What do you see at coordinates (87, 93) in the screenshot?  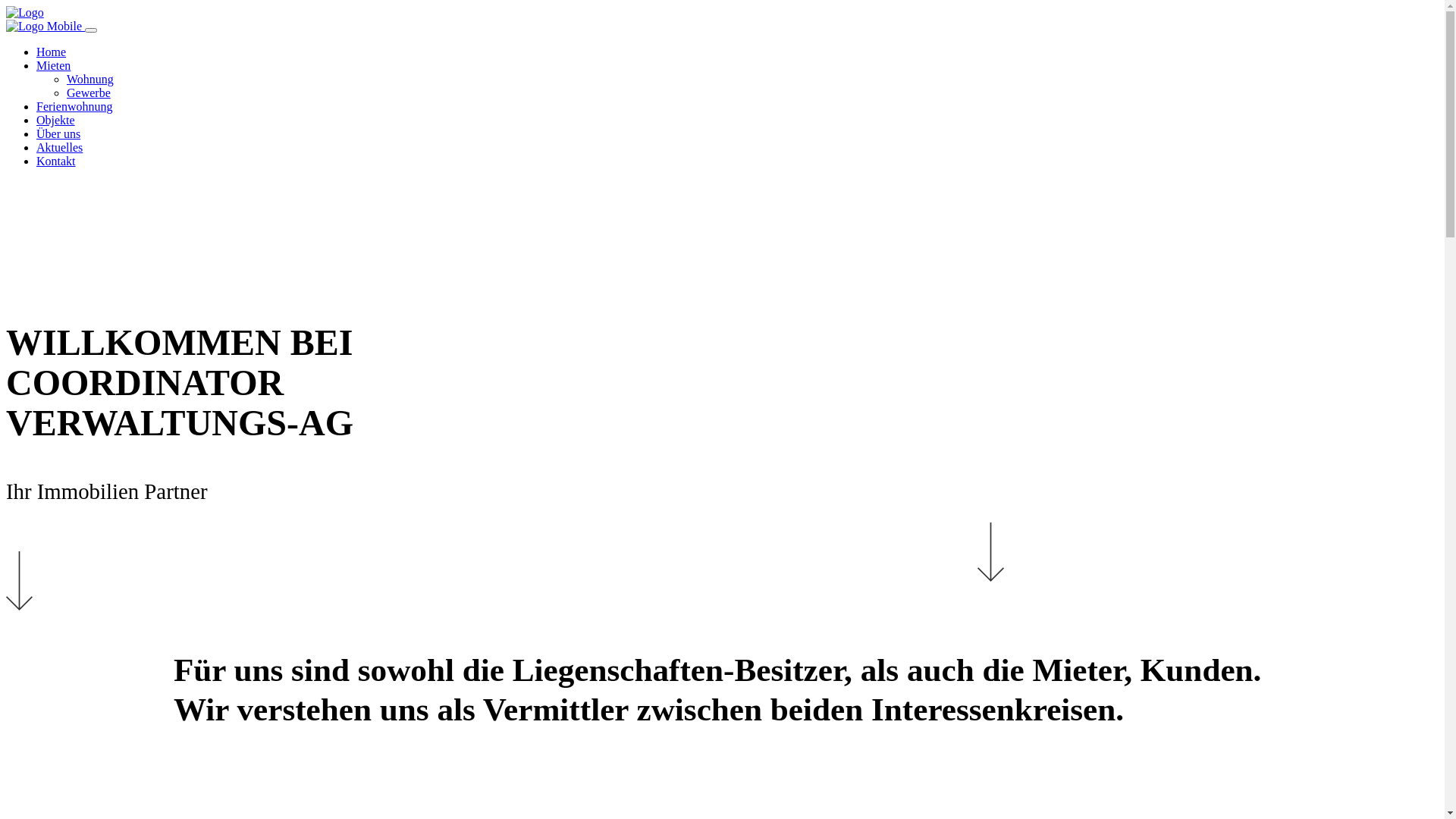 I see `'Gewerbe'` at bounding box center [87, 93].